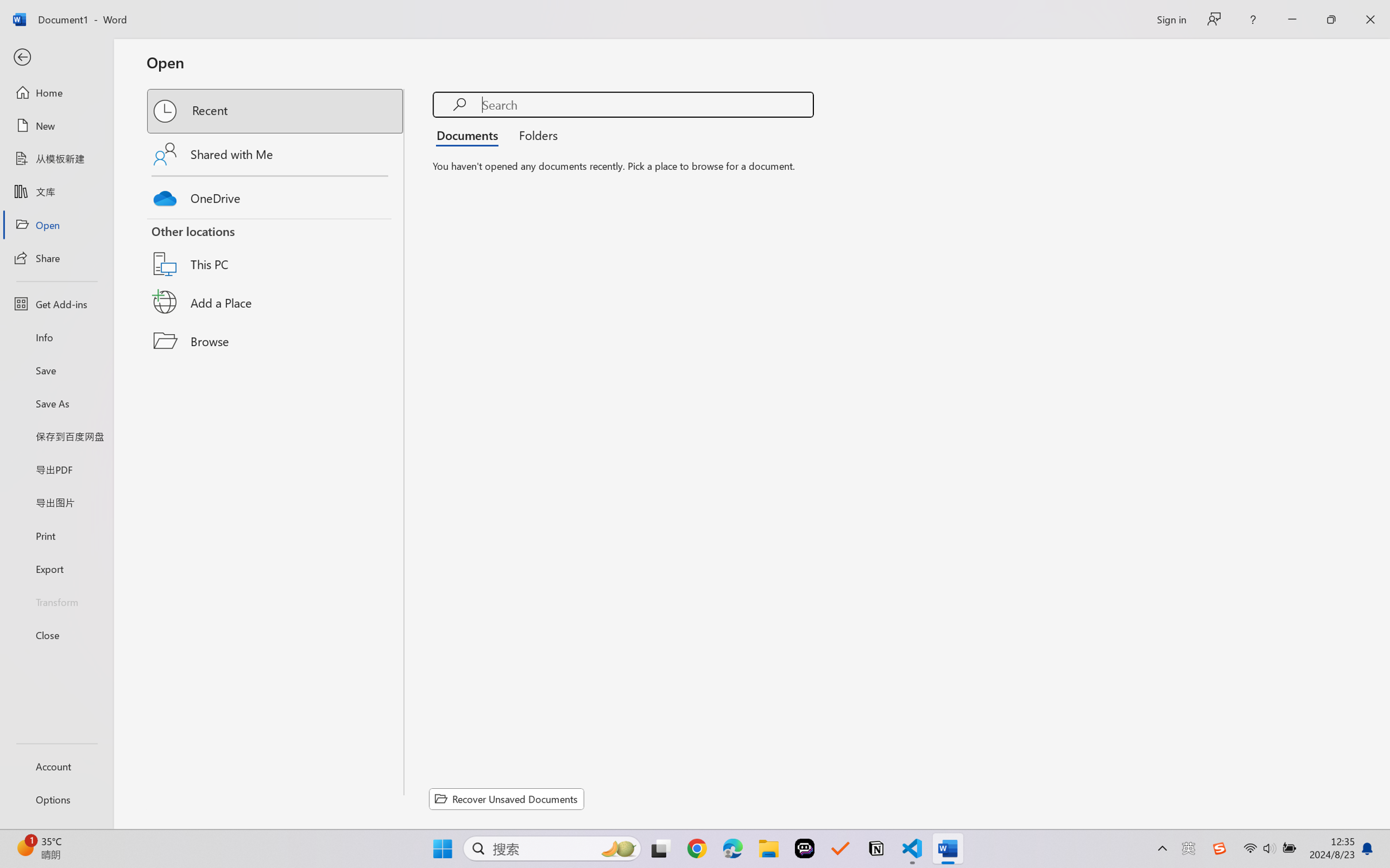 This screenshot has height=868, width=1390. I want to click on 'Export', so click(56, 568).